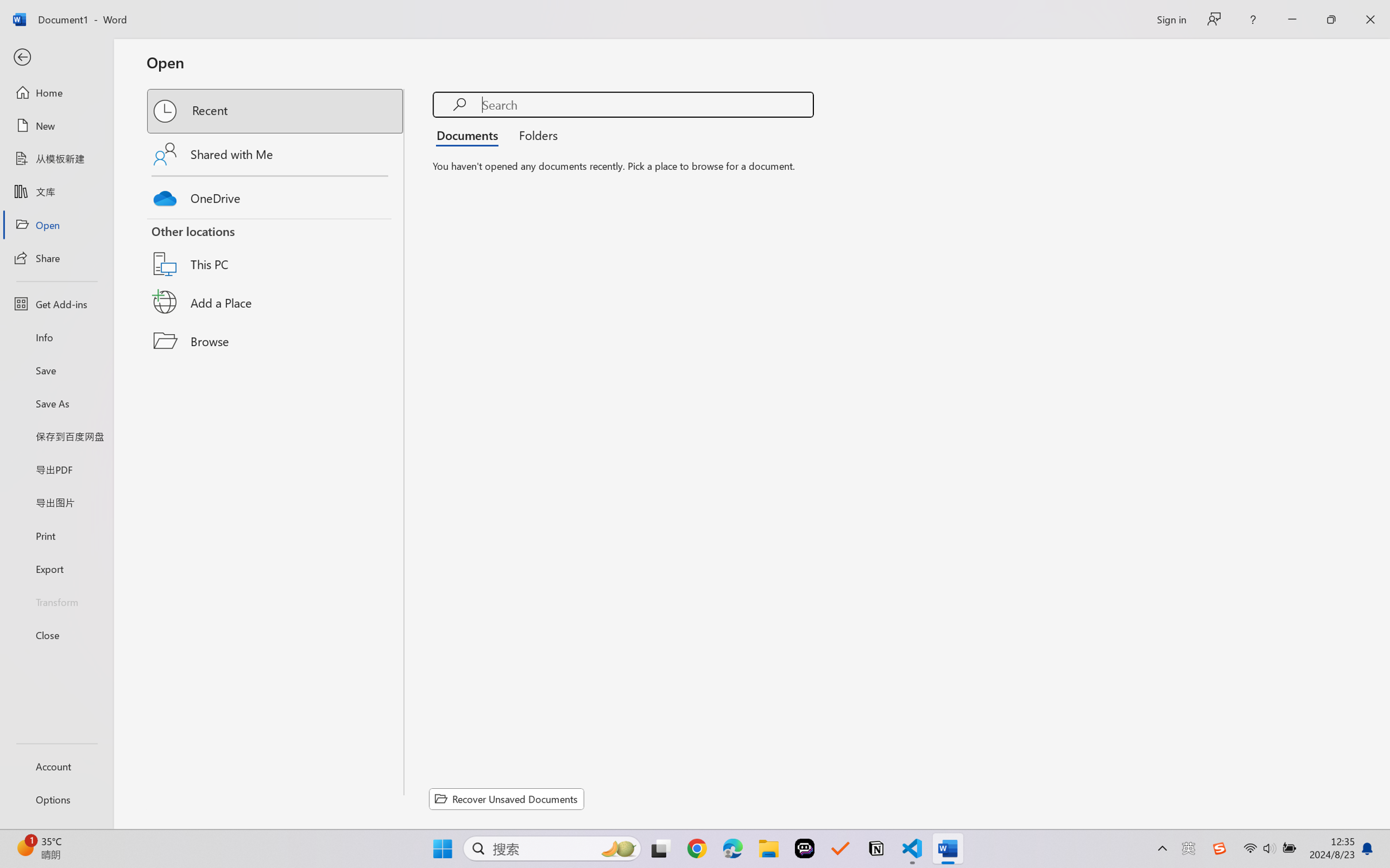 This screenshot has height=868, width=1390. I want to click on 'Export', so click(56, 568).